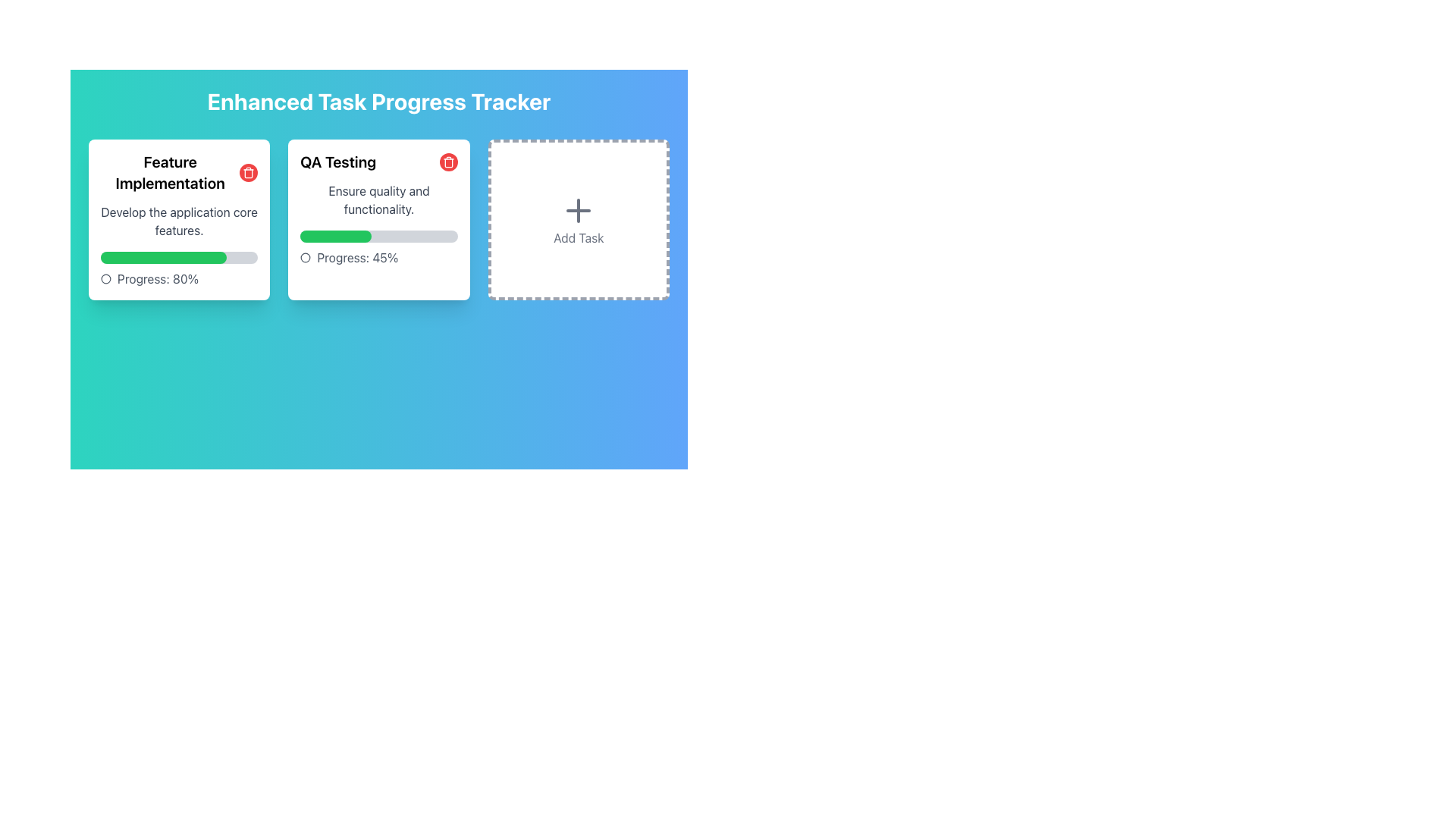  What do you see at coordinates (170, 171) in the screenshot?
I see `the text header labeled 'Feature Implementation', which is styled in bold and positioned at the top of the leftmost task card` at bounding box center [170, 171].